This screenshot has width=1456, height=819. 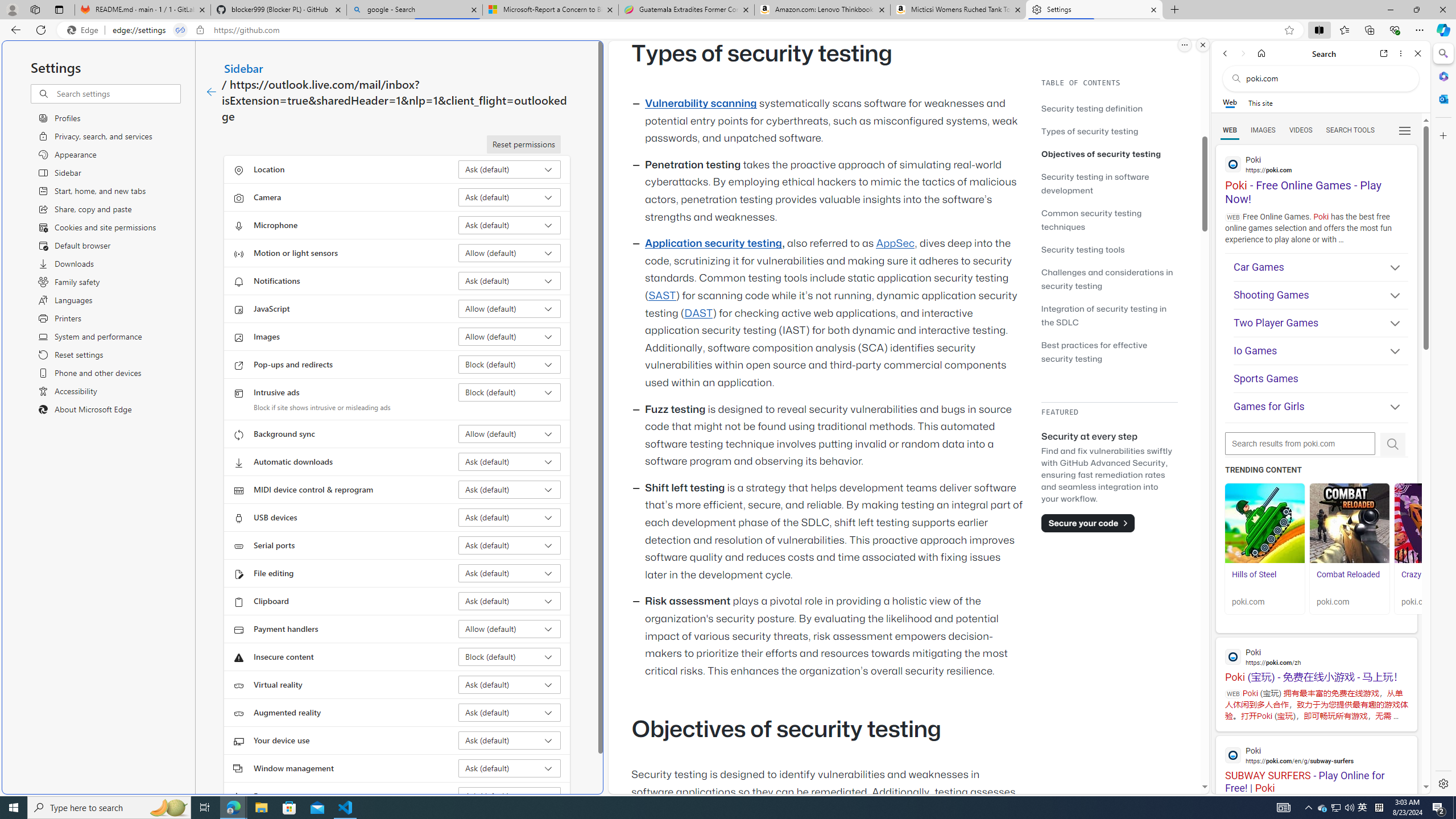 I want to click on 'SAST', so click(x=661, y=295).